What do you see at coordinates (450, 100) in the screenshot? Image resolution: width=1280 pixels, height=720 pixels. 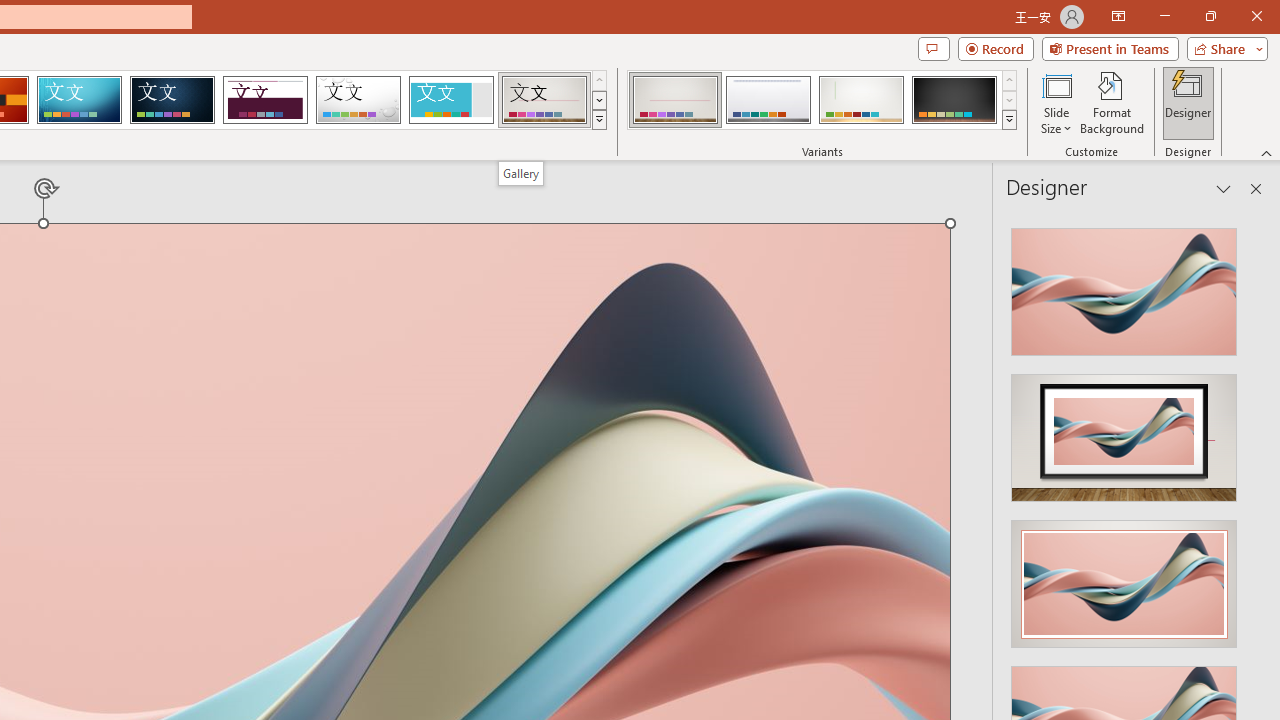 I see `'Frame'` at bounding box center [450, 100].